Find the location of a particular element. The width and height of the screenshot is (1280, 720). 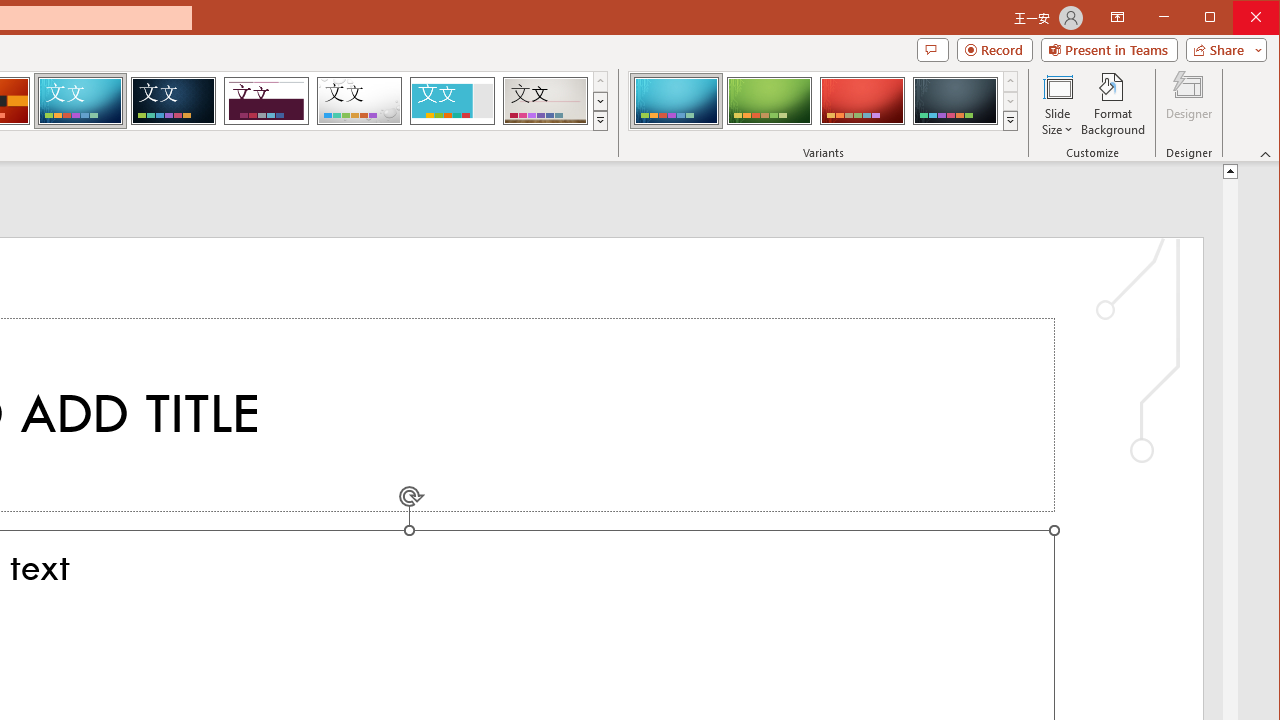

'Collapse the Ribbon' is located at coordinates (1265, 153).